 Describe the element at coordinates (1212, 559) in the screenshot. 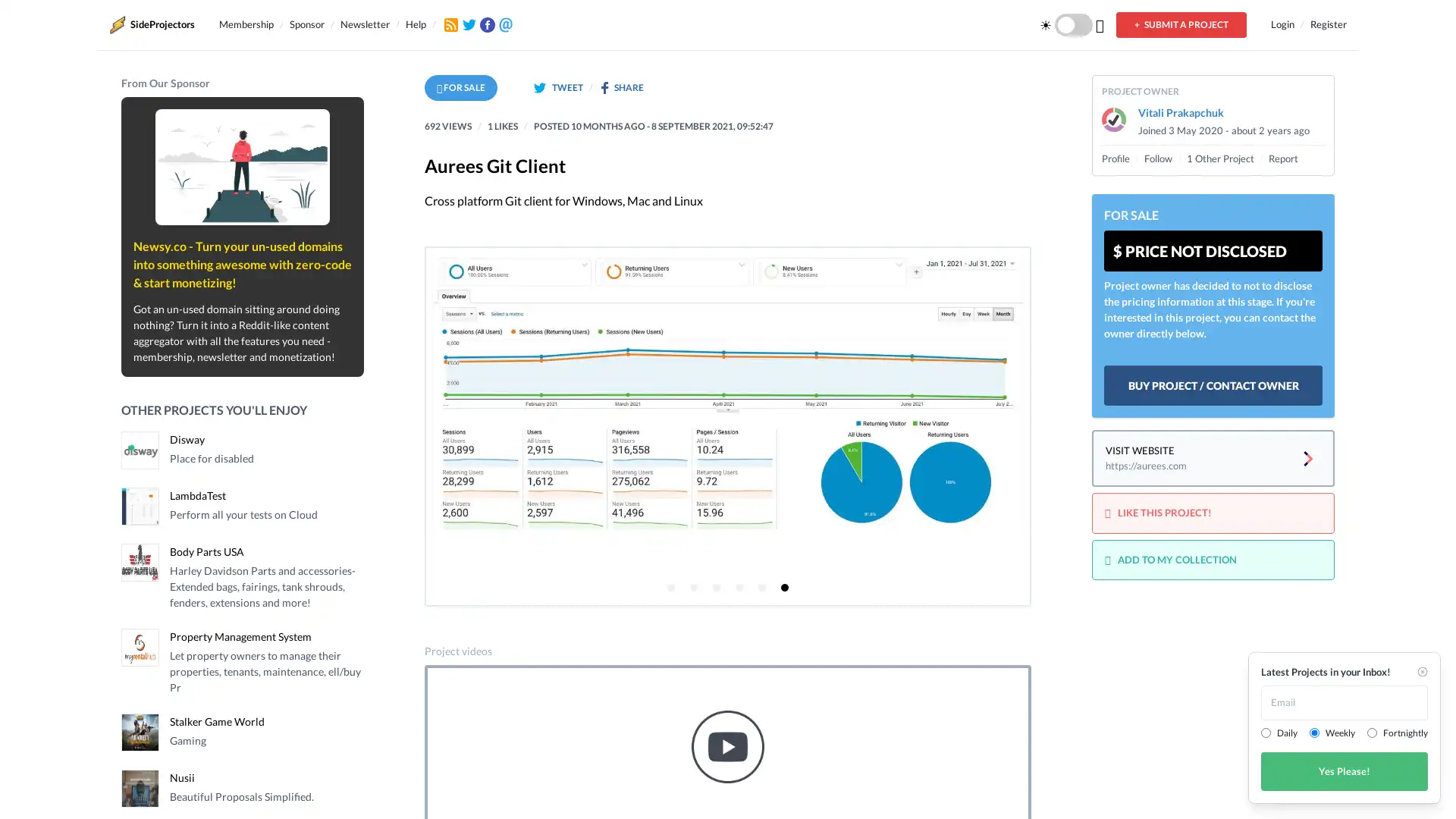

I see `ADD TO MY COLLECTION` at that location.